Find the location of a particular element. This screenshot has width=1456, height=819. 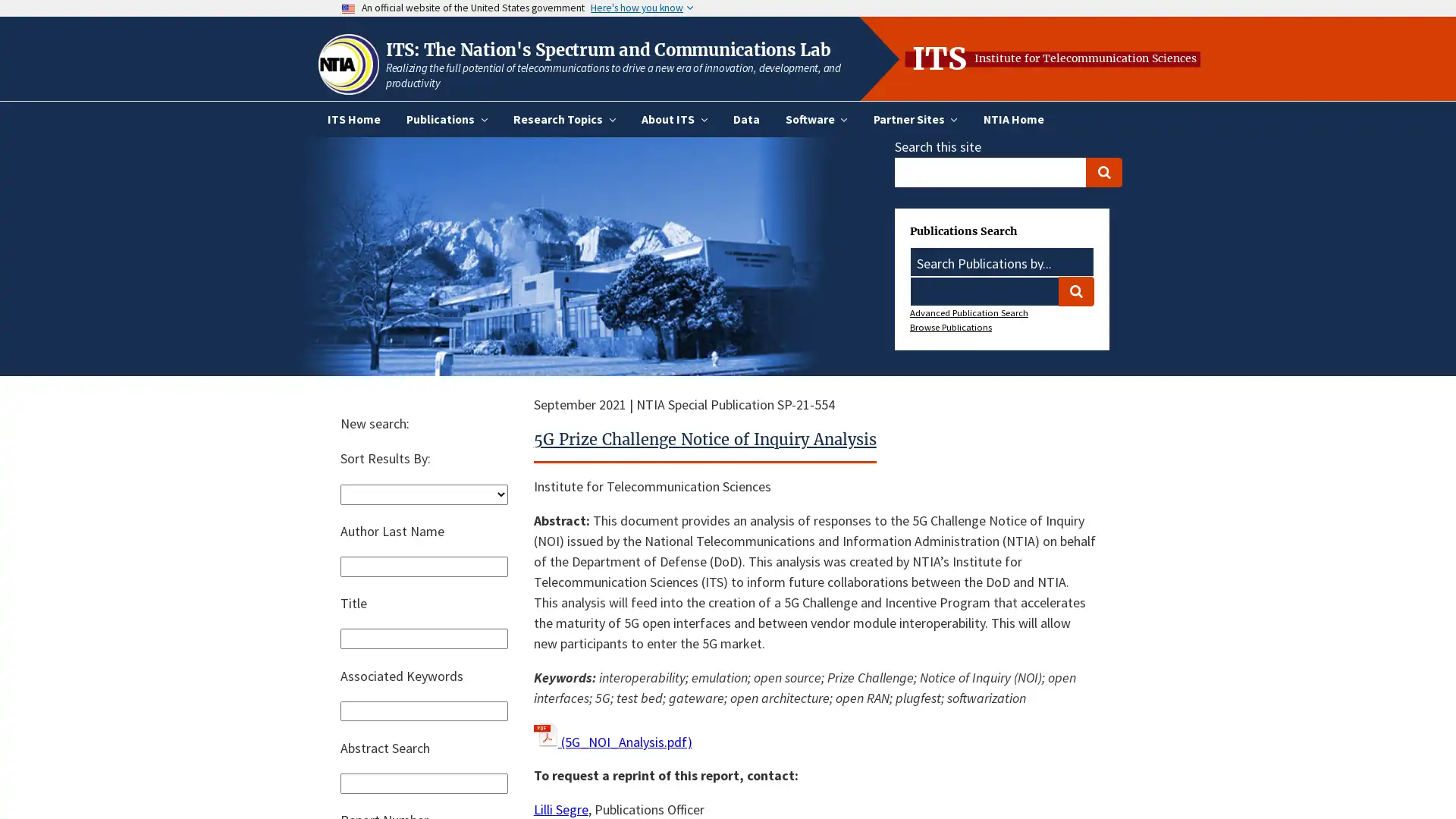

Partner Sites is located at coordinates (914, 118).